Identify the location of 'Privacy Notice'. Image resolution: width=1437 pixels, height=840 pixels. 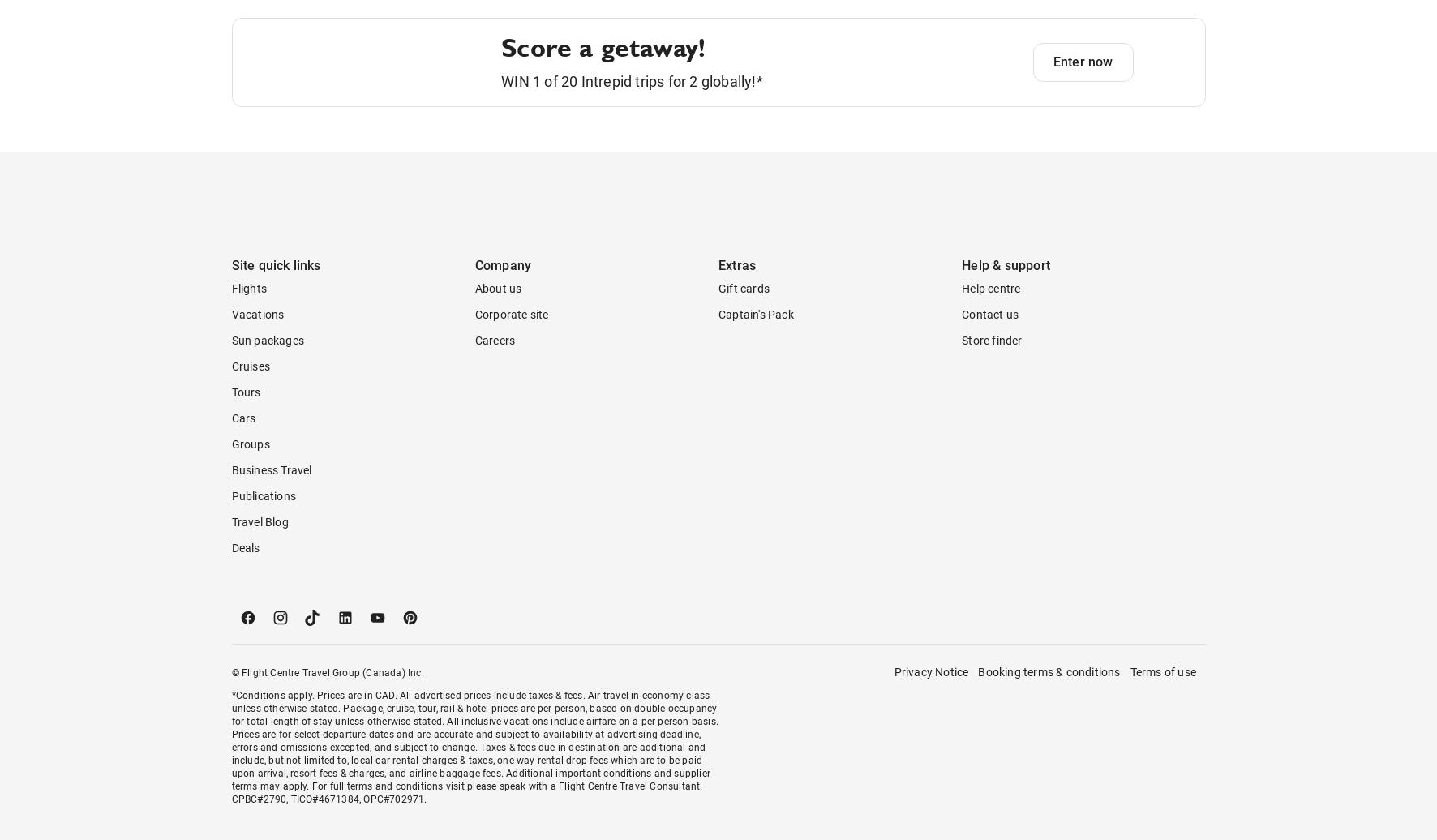
(894, 736).